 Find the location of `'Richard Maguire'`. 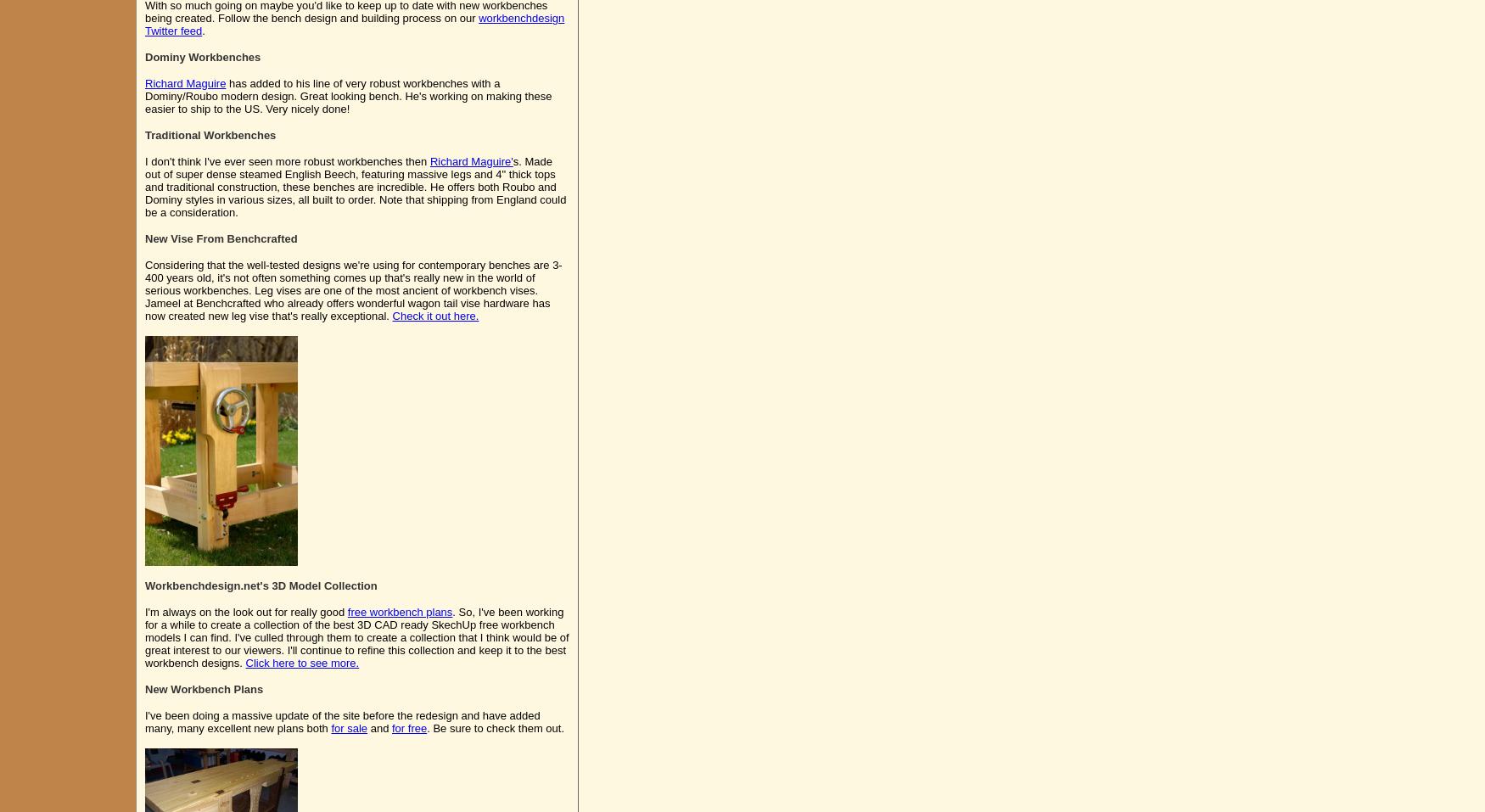

'Richard Maguire' is located at coordinates (185, 83).